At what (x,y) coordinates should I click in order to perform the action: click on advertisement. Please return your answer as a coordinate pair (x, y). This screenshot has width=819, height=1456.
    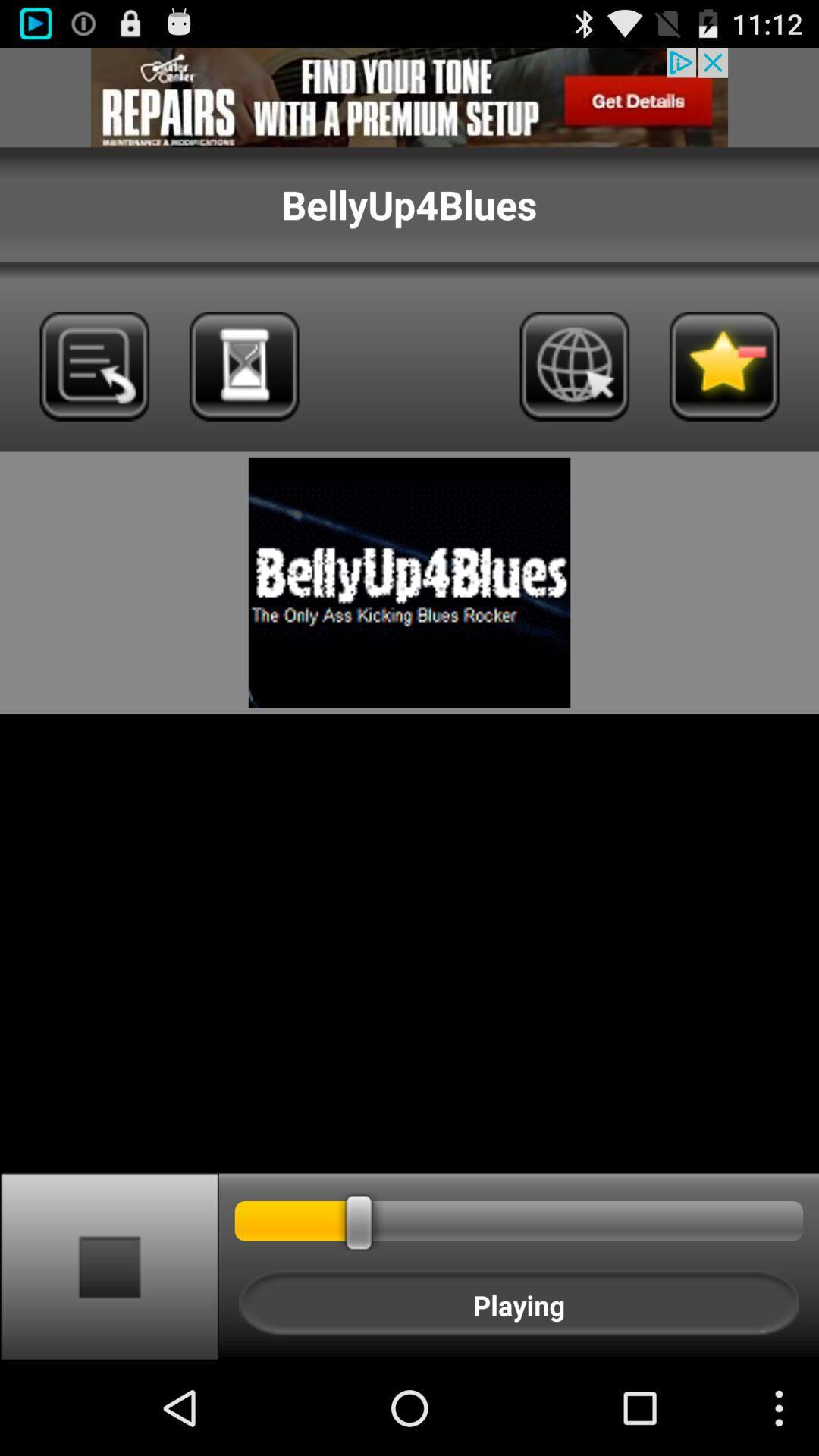
    Looking at the image, I should click on (409, 96).